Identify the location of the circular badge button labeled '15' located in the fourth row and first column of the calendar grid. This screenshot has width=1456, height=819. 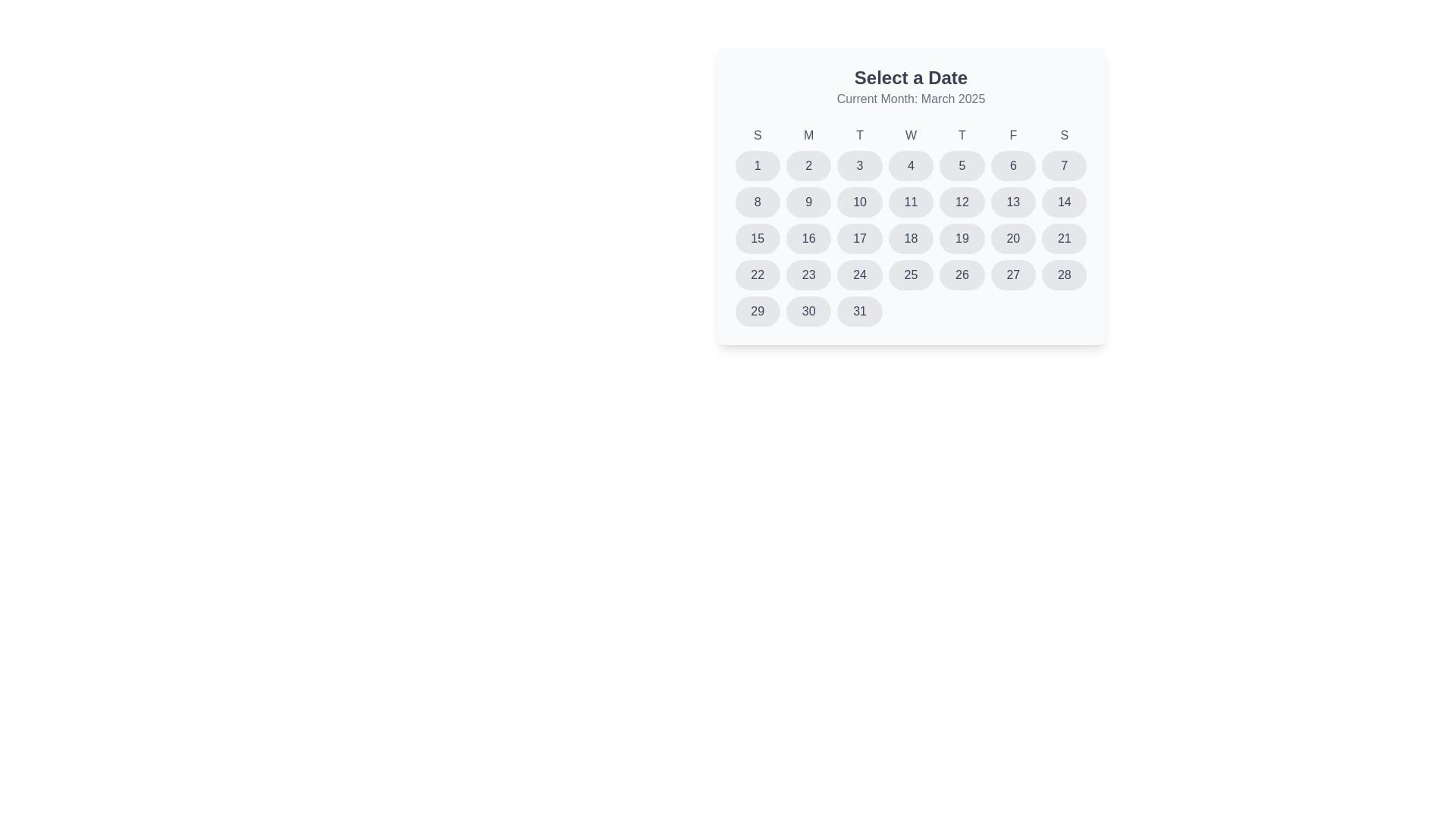
(758, 239).